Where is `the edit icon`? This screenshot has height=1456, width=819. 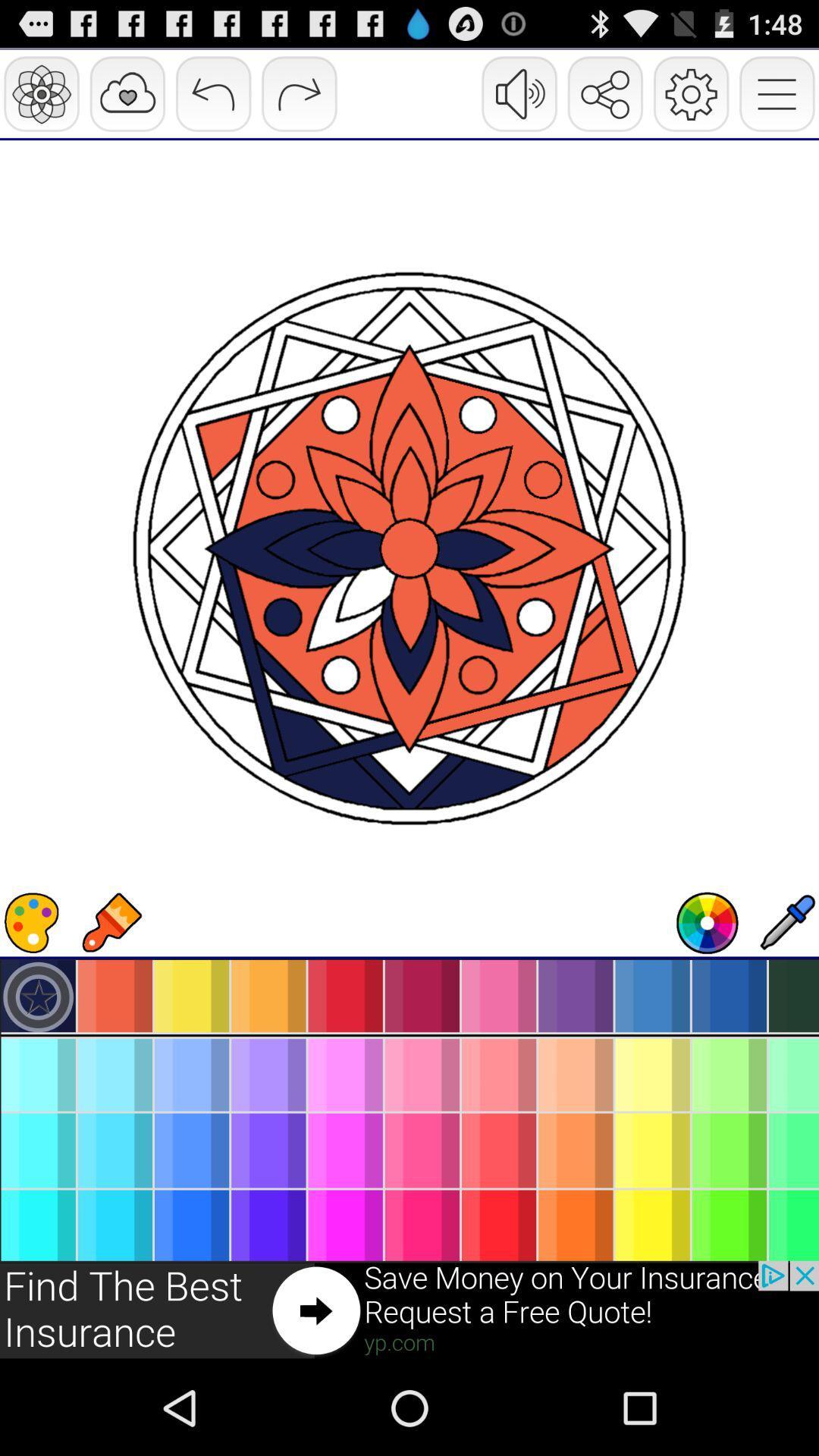 the edit icon is located at coordinates (786, 987).